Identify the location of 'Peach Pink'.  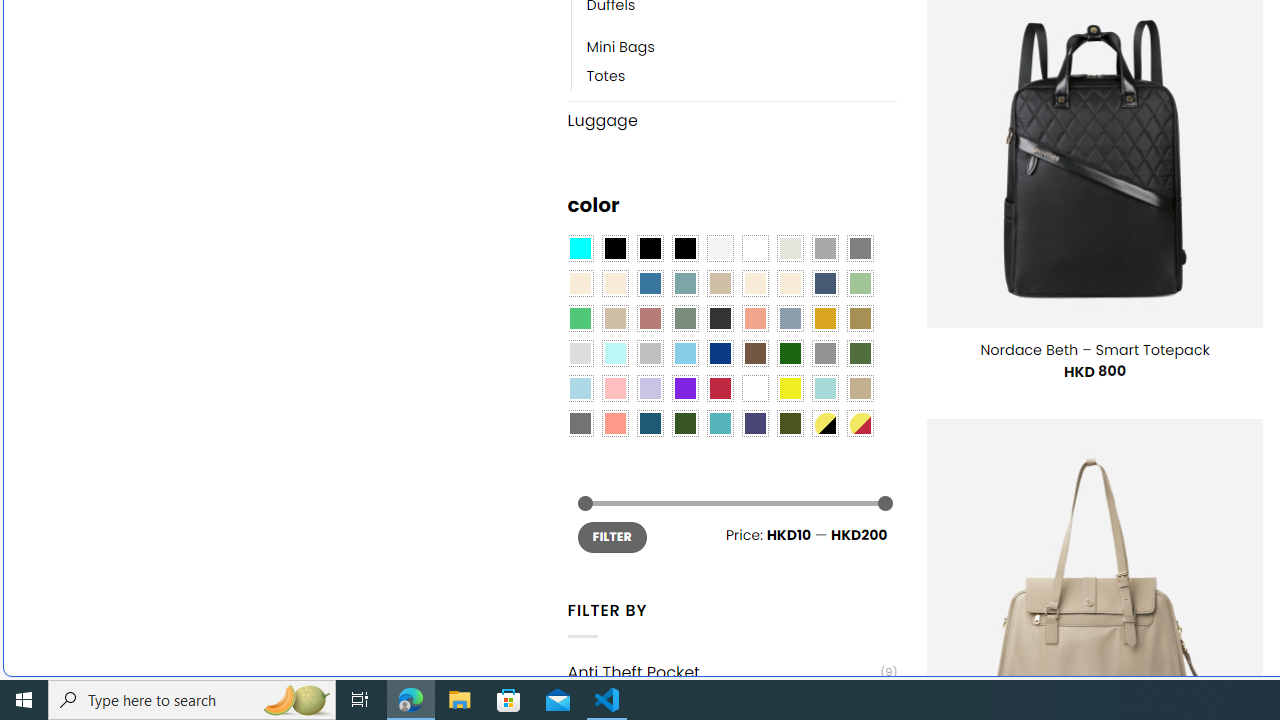
(614, 423).